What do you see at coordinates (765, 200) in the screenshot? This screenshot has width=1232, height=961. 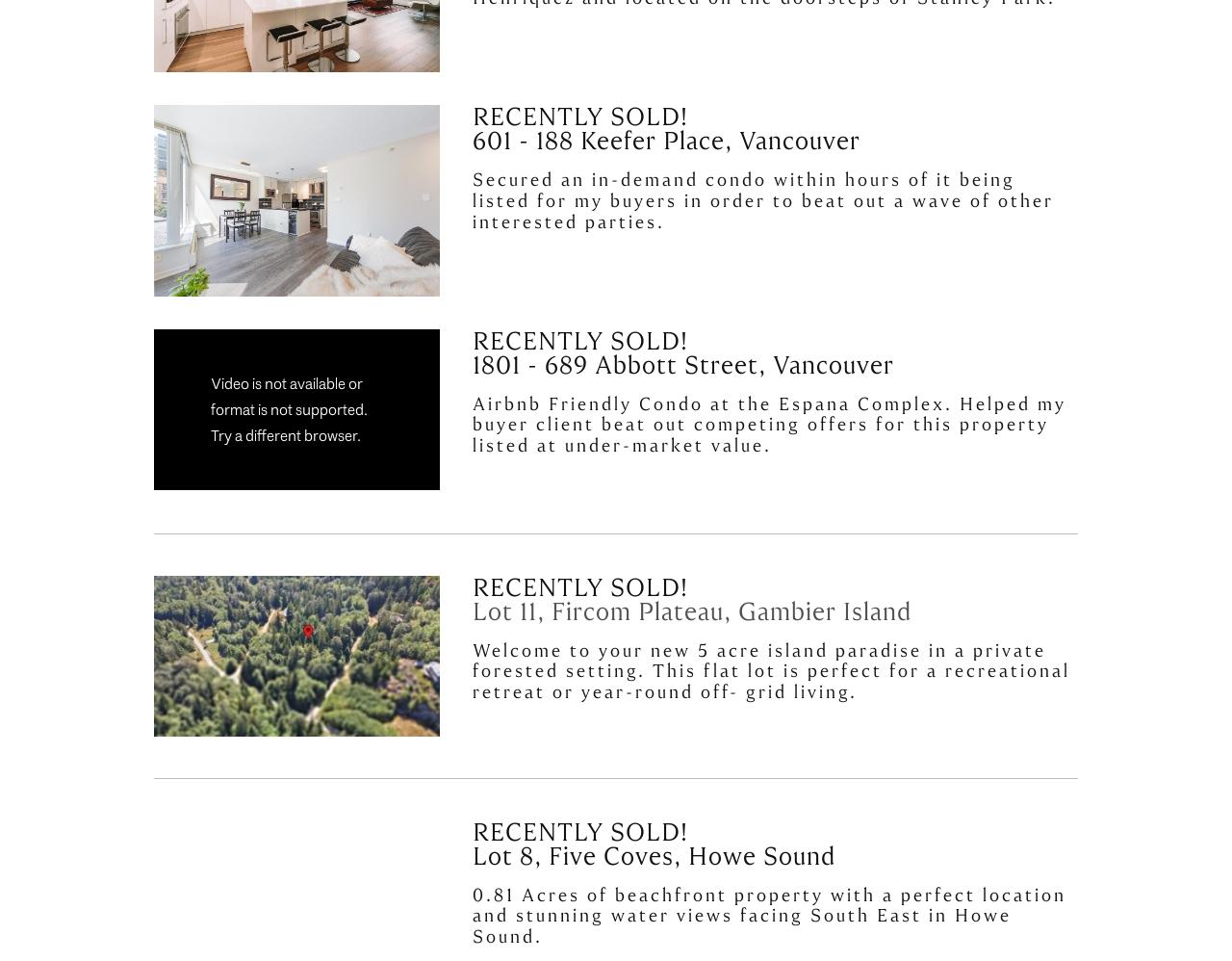 I see `'Secured an in-demand condo within hours of it being listed for my buyers in order to beat out a wave of other interested parties.'` at bounding box center [765, 200].